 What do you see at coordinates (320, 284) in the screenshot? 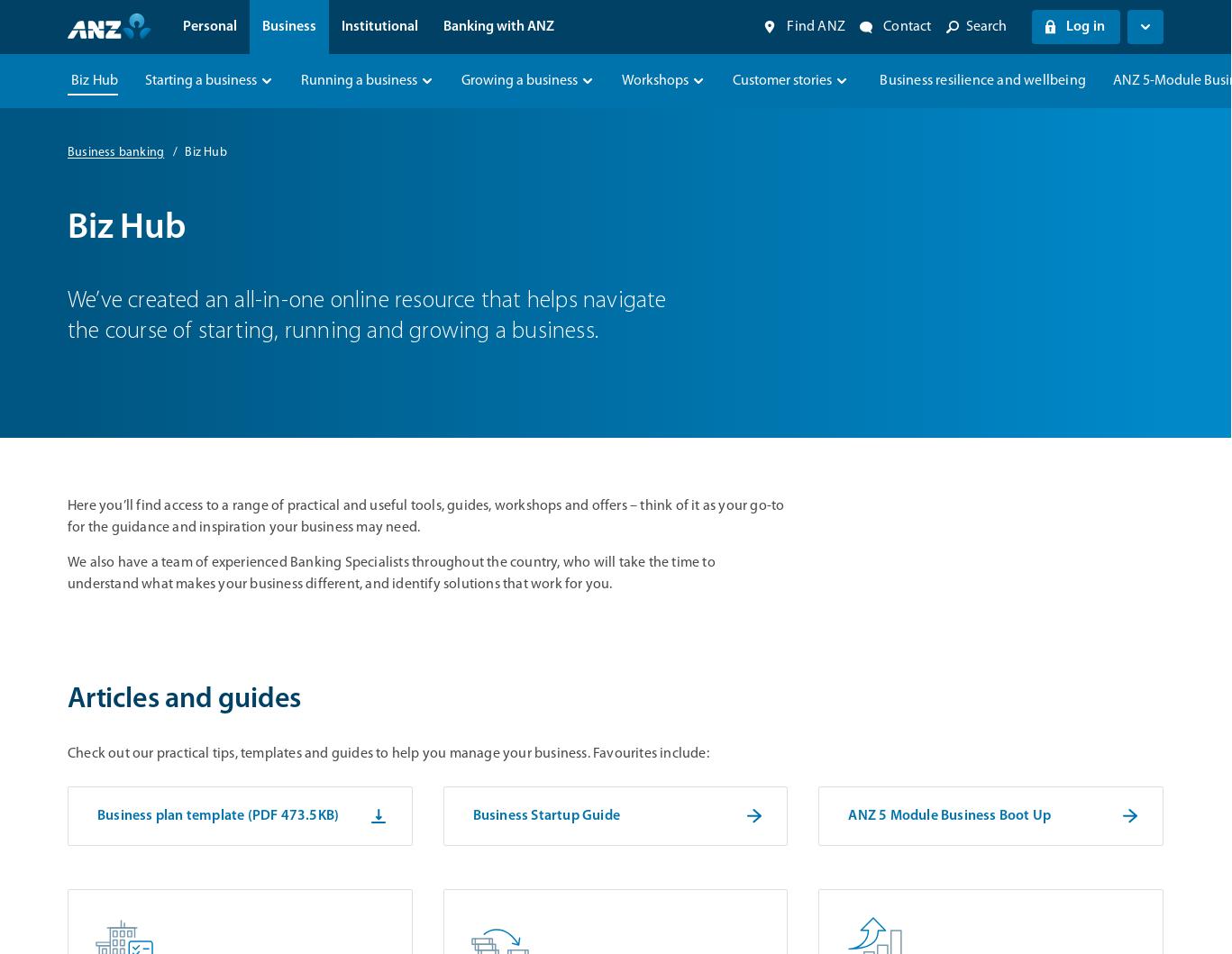
I see `'Tools and calculators'` at bounding box center [320, 284].